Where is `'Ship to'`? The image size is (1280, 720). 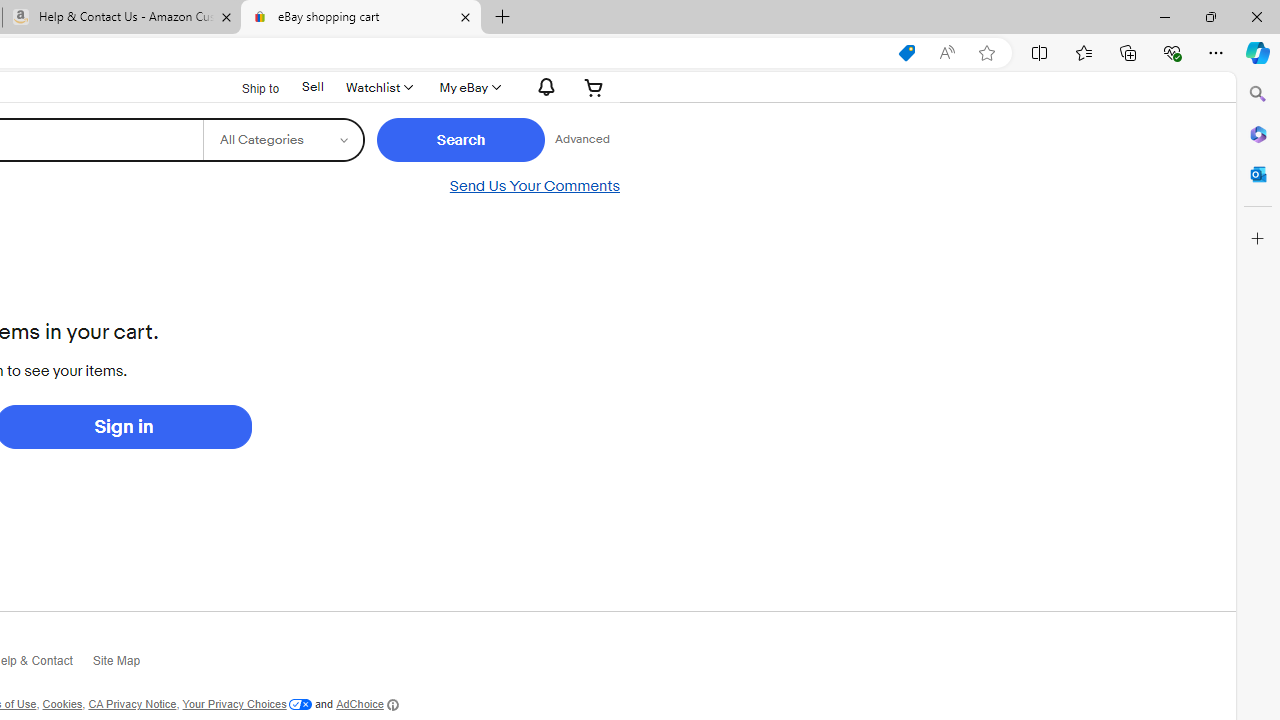
'Ship to' is located at coordinates (247, 87).